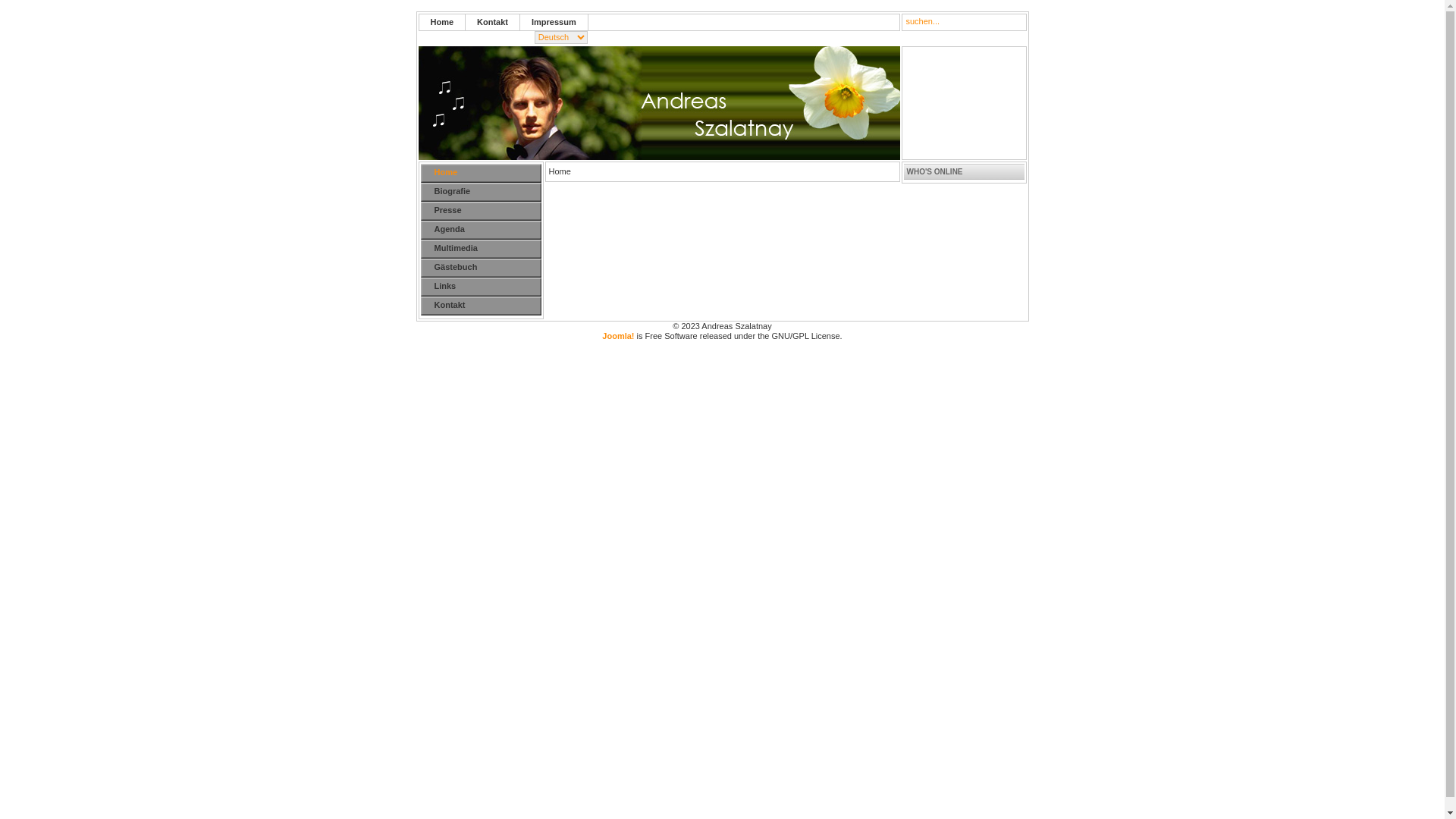 This screenshot has width=1456, height=819. Describe the element at coordinates (618, 335) in the screenshot. I see `'Joomla!'` at that location.